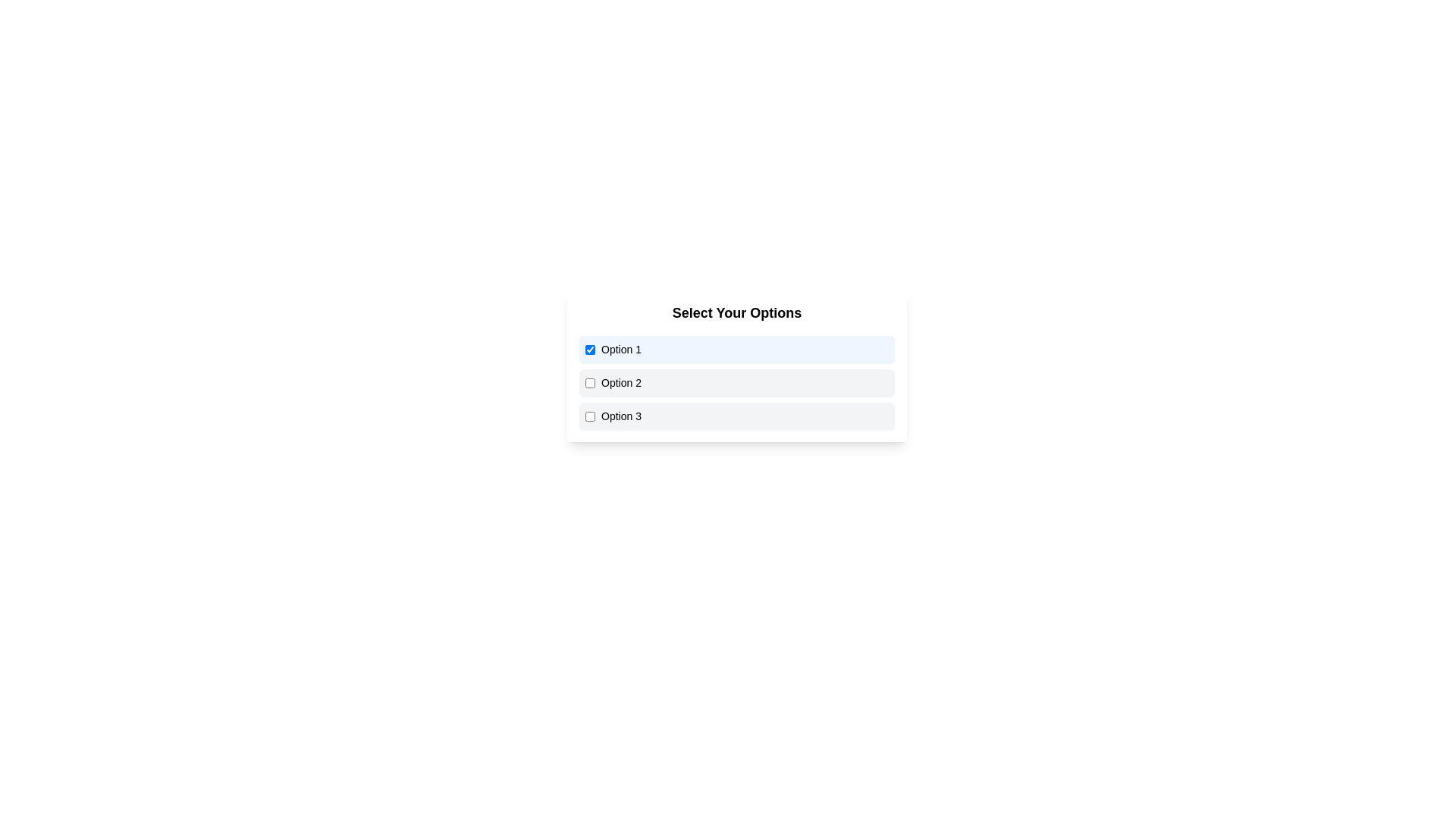 The height and width of the screenshot is (819, 1456). Describe the element at coordinates (736, 382) in the screenshot. I see `the 'Option 2' checkbox` at that location.